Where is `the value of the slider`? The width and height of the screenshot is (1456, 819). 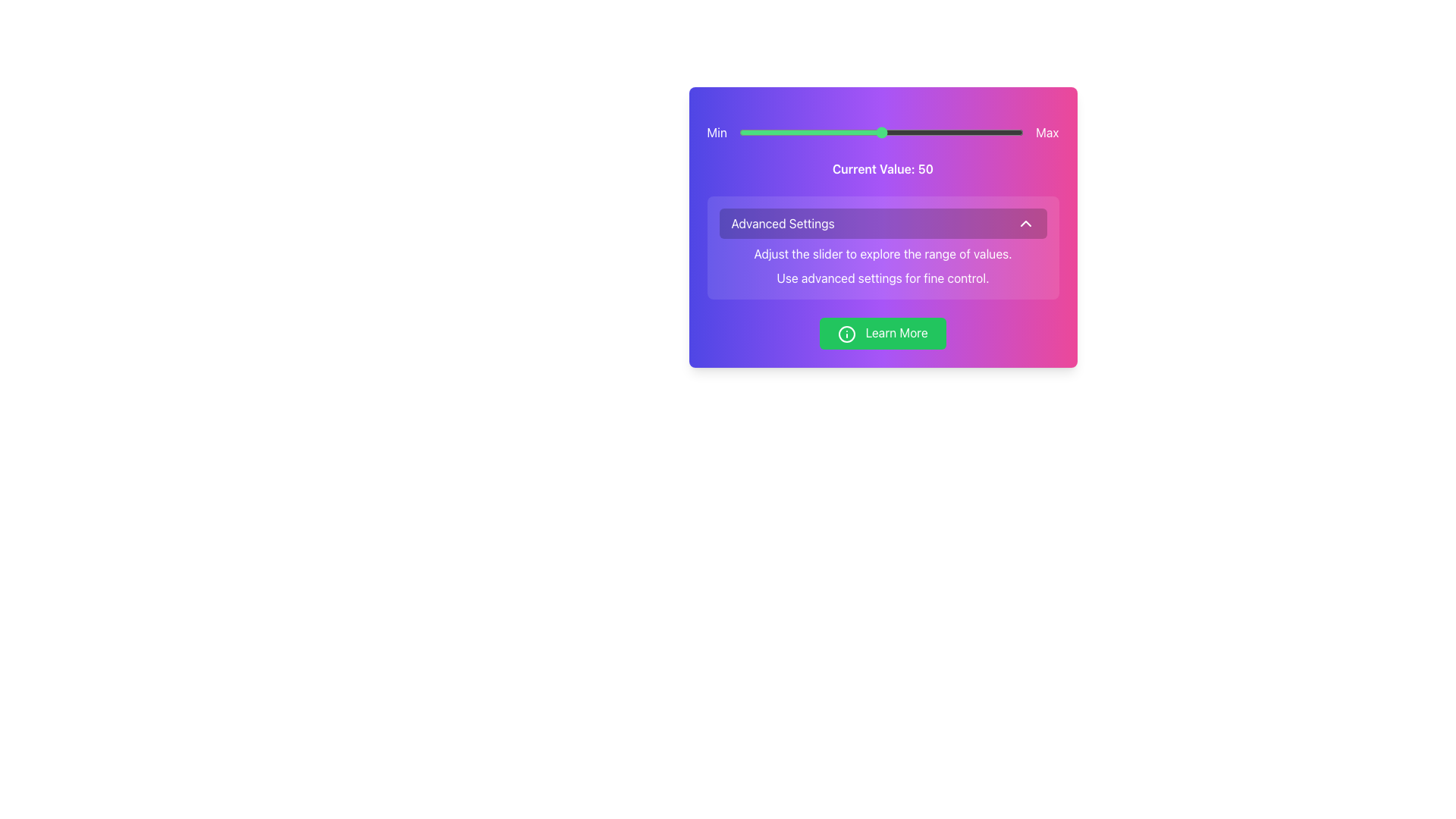
the value of the slider is located at coordinates (923, 131).